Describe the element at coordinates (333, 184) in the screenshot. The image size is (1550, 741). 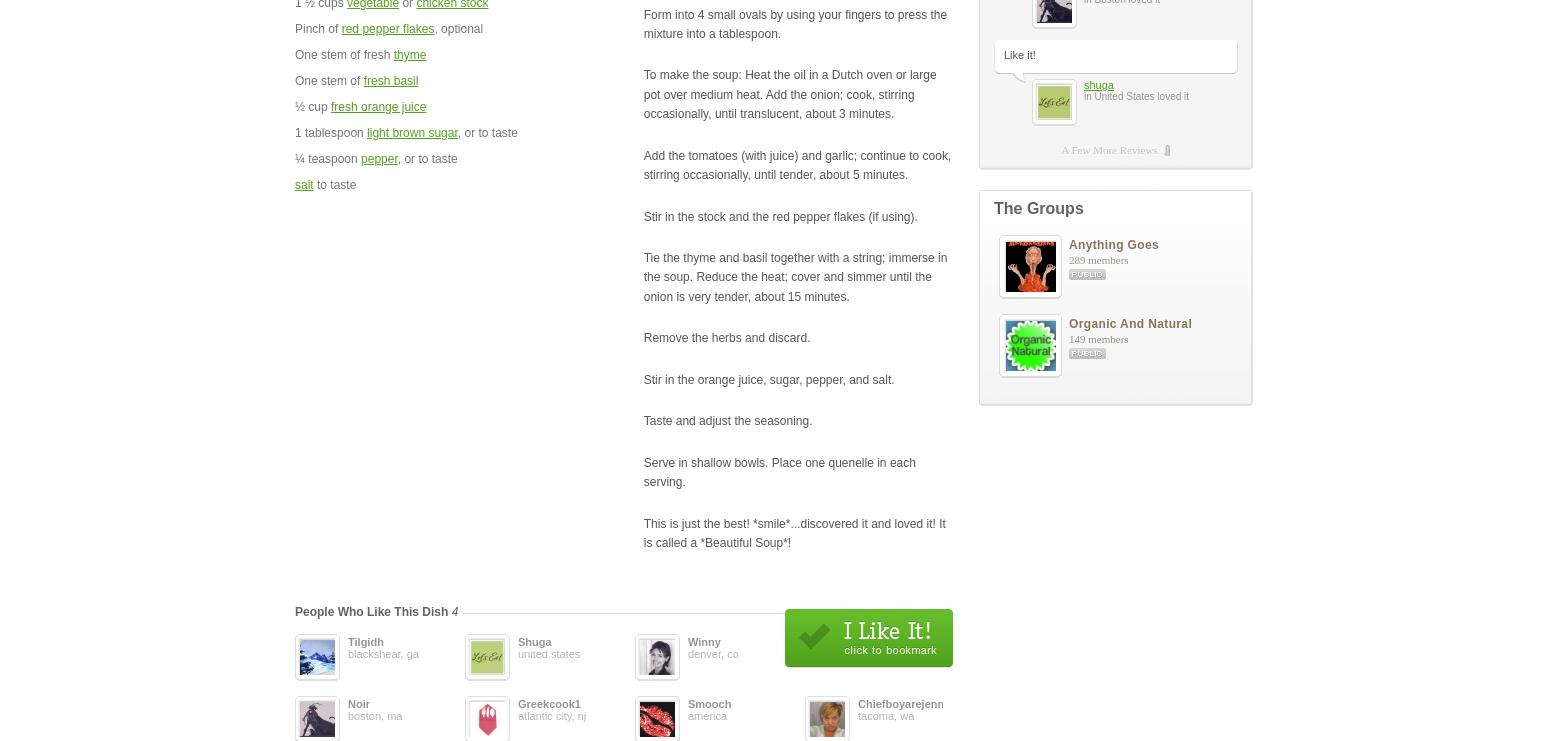
I see `'to taste'` at that location.